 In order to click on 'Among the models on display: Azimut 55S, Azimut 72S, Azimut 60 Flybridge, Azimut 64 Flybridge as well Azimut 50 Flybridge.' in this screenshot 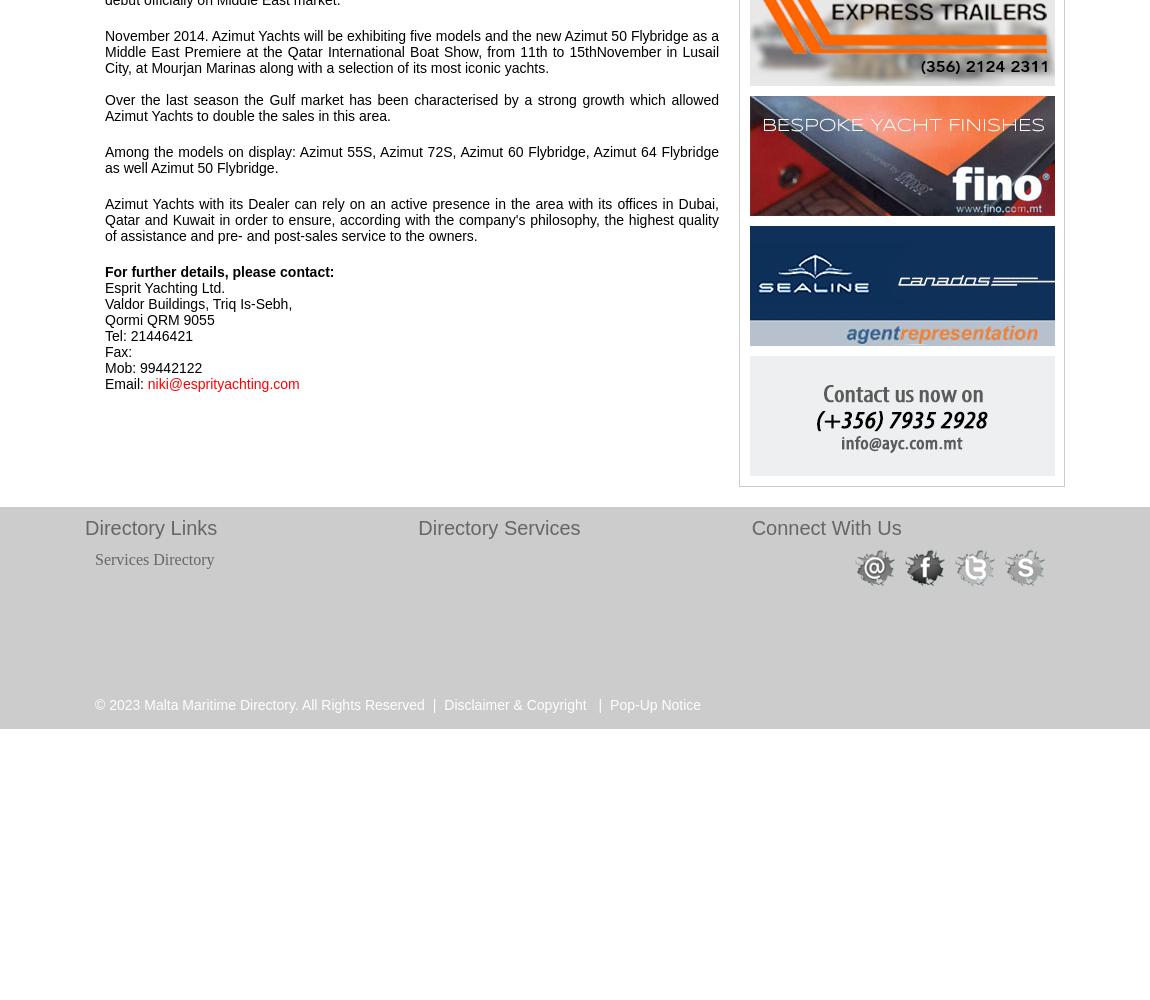, I will do `click(412, 160)`.